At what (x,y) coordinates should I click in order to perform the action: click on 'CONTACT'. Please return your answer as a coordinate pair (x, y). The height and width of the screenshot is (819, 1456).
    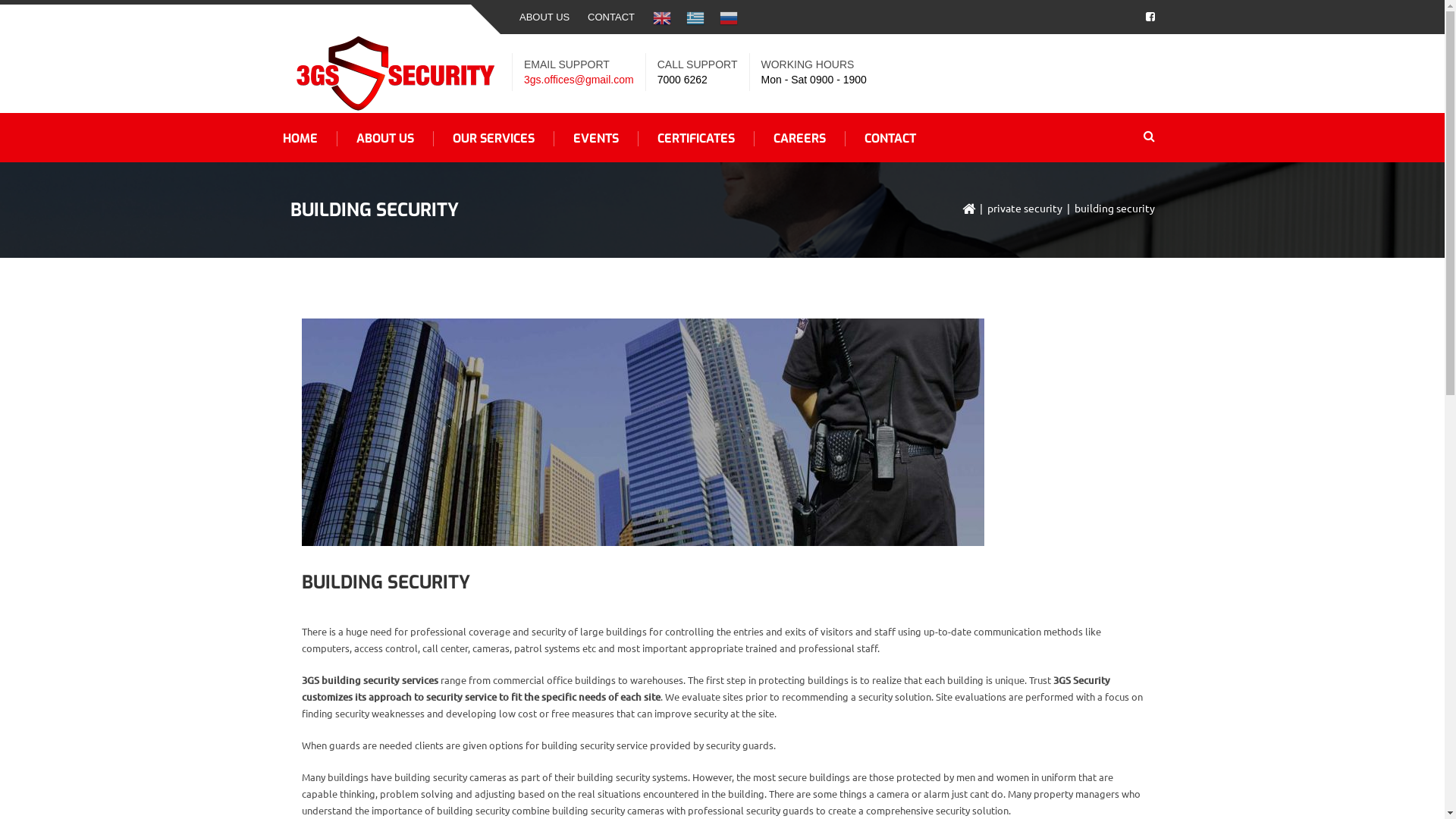
    Looking at the image, I should click on (611, 17).